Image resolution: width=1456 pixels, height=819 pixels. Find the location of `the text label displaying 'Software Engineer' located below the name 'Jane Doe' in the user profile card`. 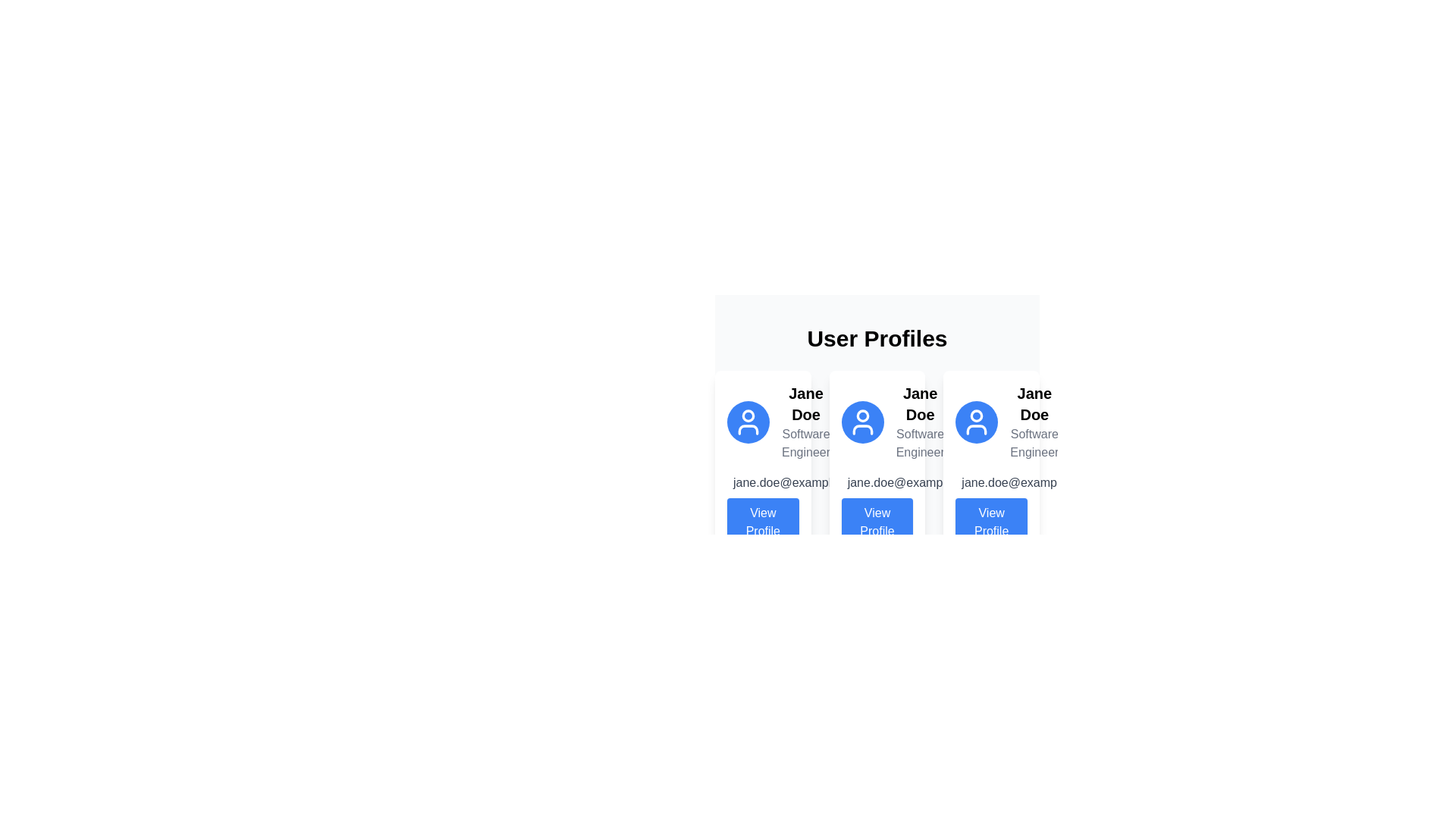

the text label displaying 'Software Engineer' located below the name 'Jane Doe' in the user profile card is located at coordinates (805, 444).